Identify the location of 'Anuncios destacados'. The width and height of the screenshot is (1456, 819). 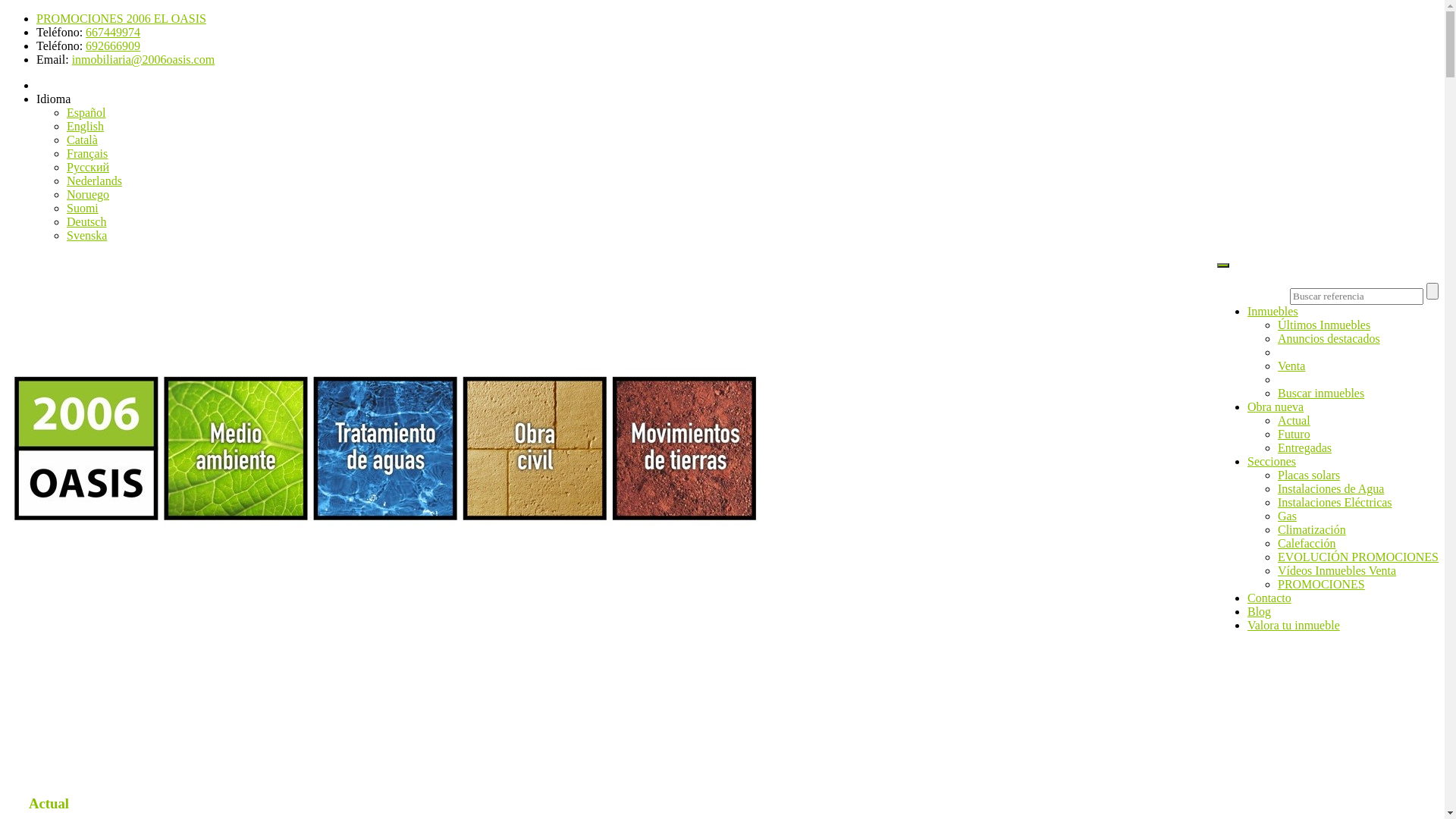
(1328, 337).